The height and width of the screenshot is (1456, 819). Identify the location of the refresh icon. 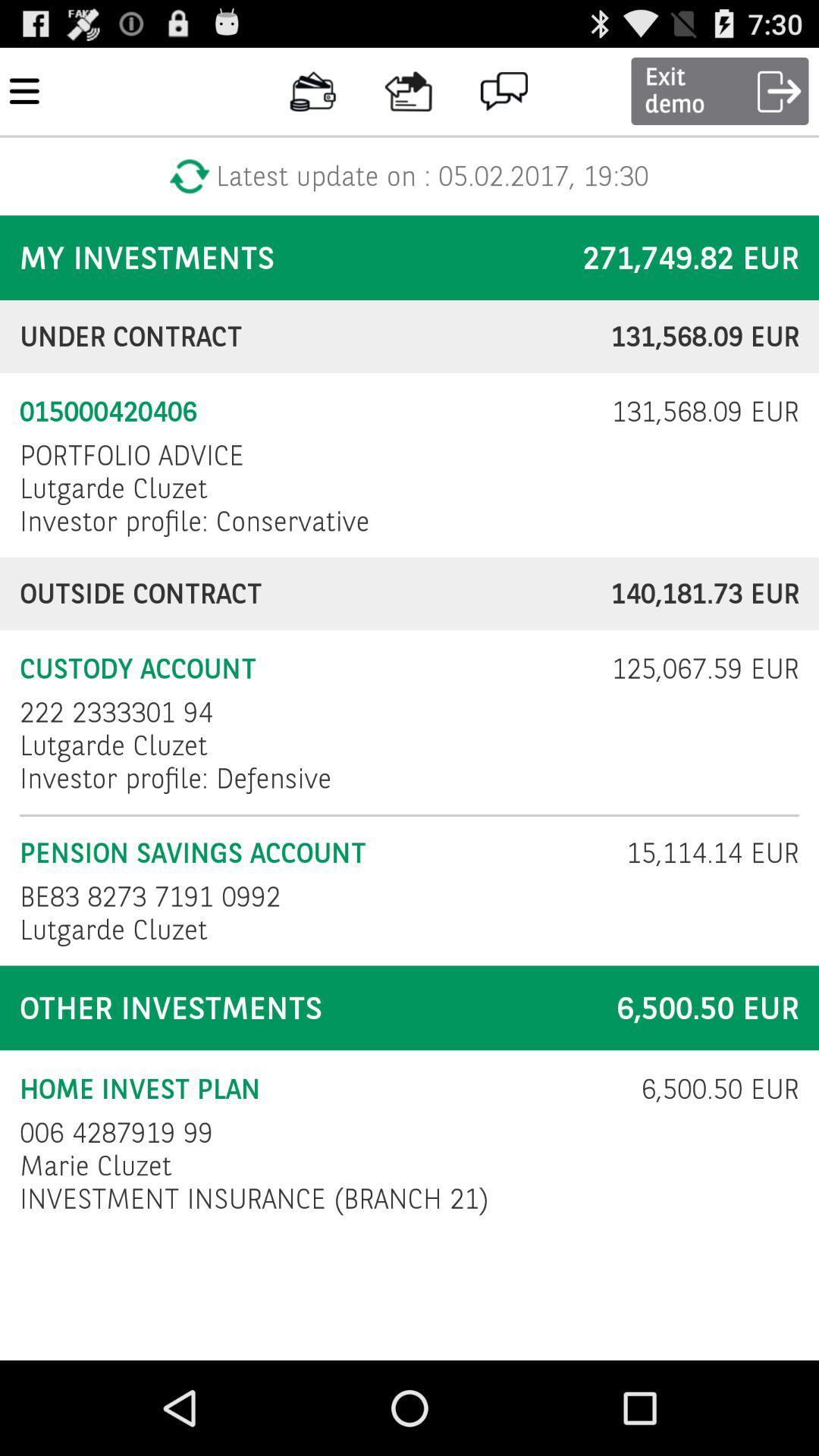
(189, 187).